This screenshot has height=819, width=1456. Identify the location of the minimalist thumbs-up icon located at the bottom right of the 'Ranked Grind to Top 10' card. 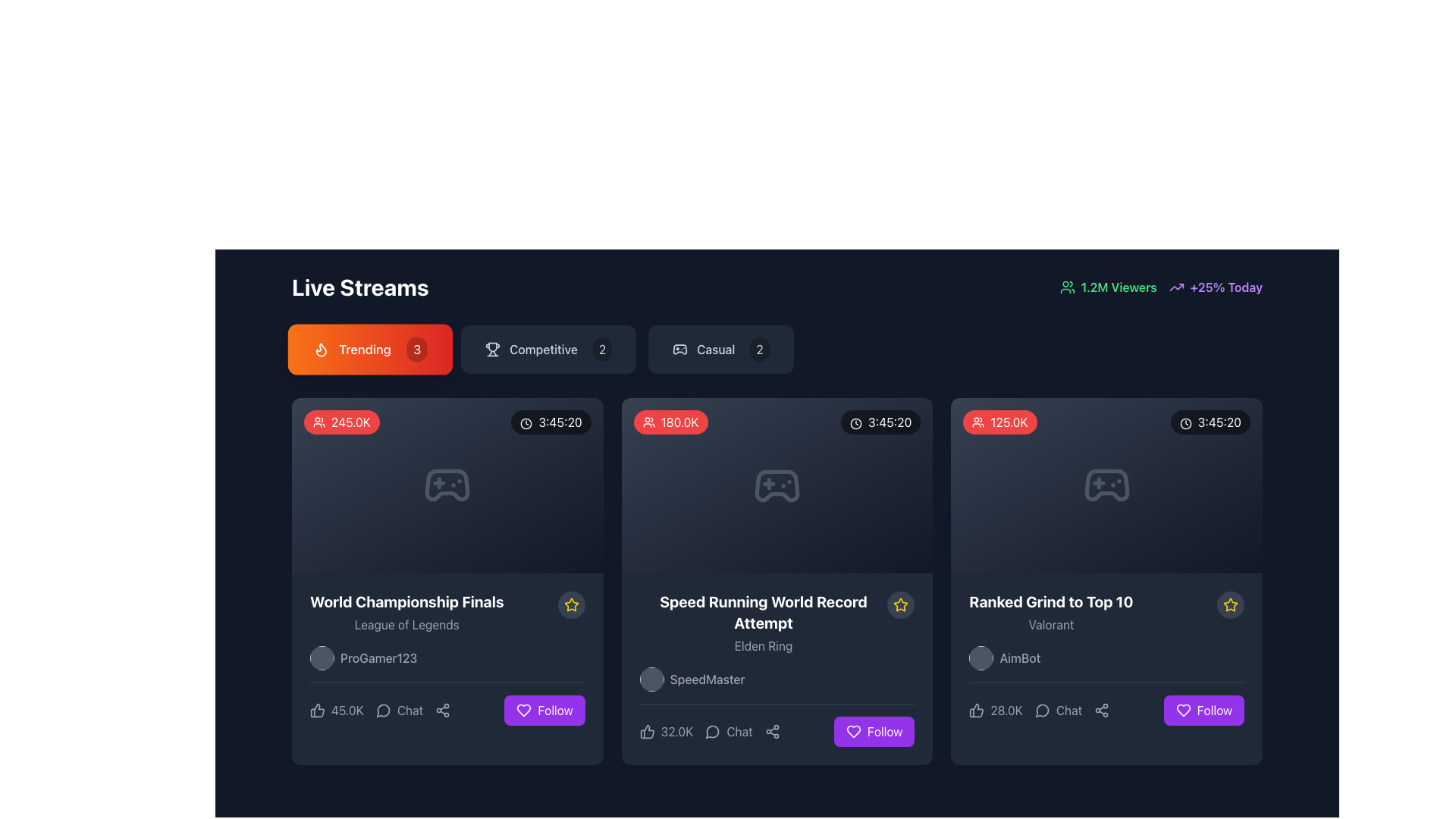
(977, 711).